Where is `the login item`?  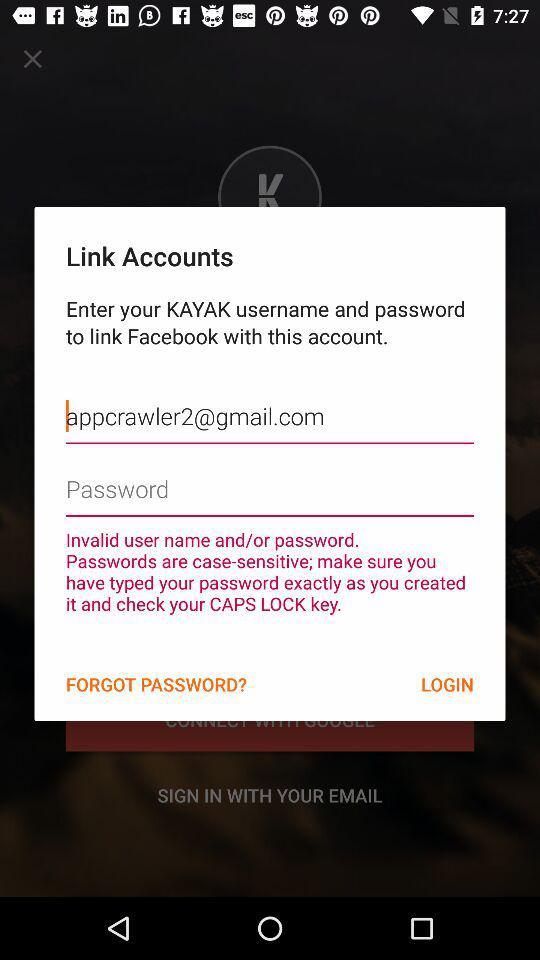
the login item is located at coordinates (447, 684).